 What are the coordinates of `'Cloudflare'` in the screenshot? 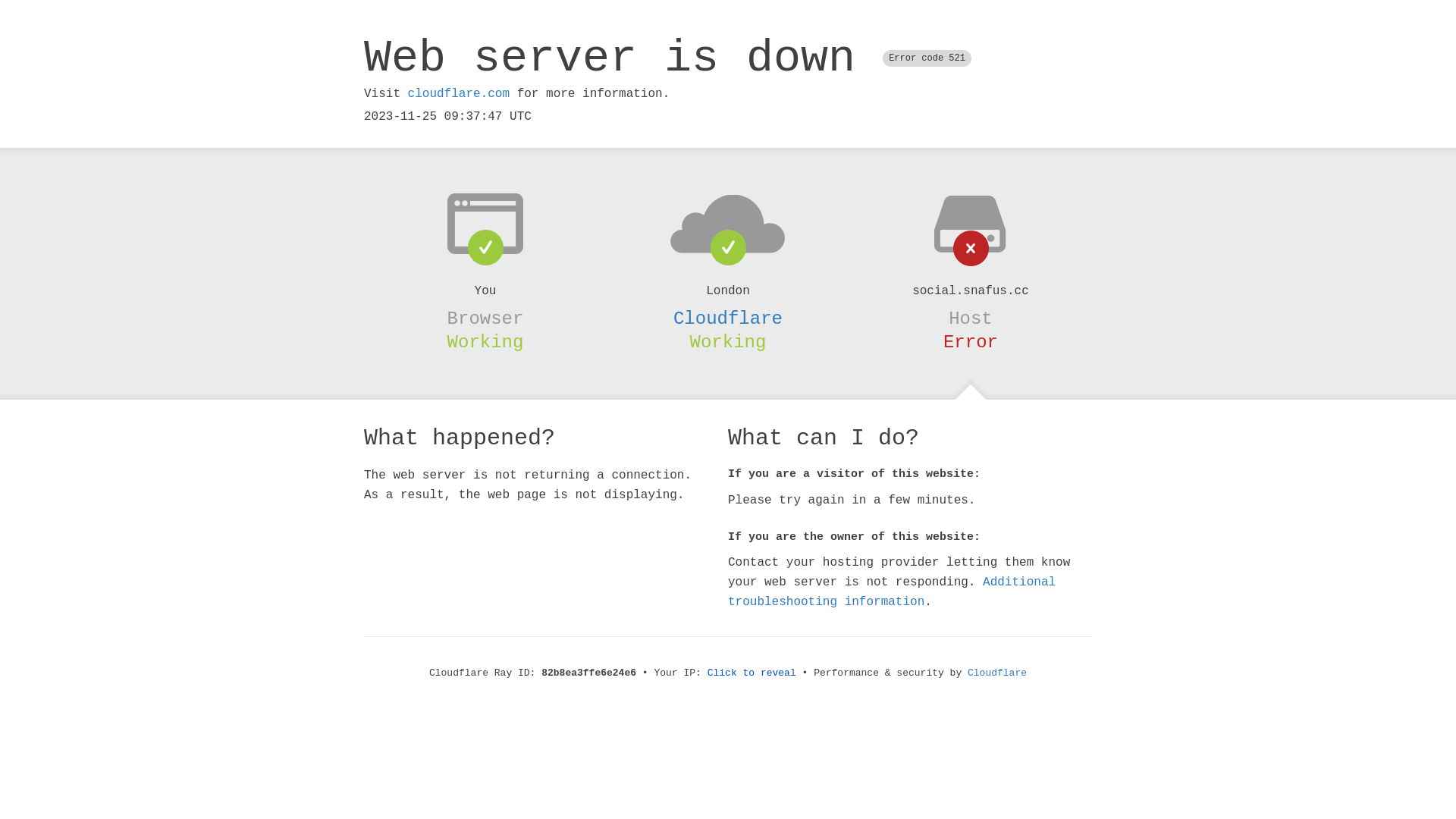 It's located at (997, 672).